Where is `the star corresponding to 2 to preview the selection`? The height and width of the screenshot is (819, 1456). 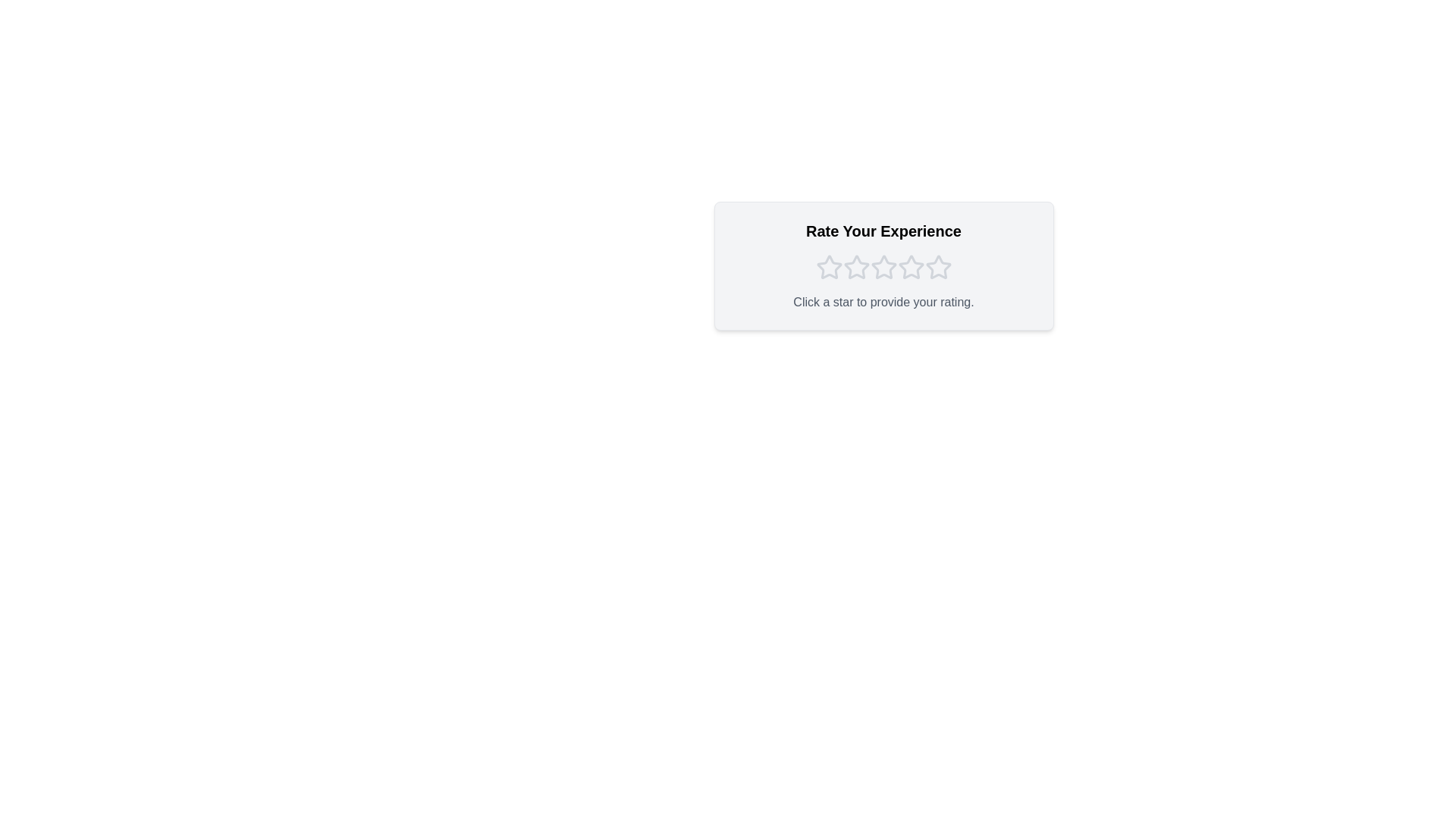 the star corresponding to 2 to preview the selection is located at coordinates (856, 267).